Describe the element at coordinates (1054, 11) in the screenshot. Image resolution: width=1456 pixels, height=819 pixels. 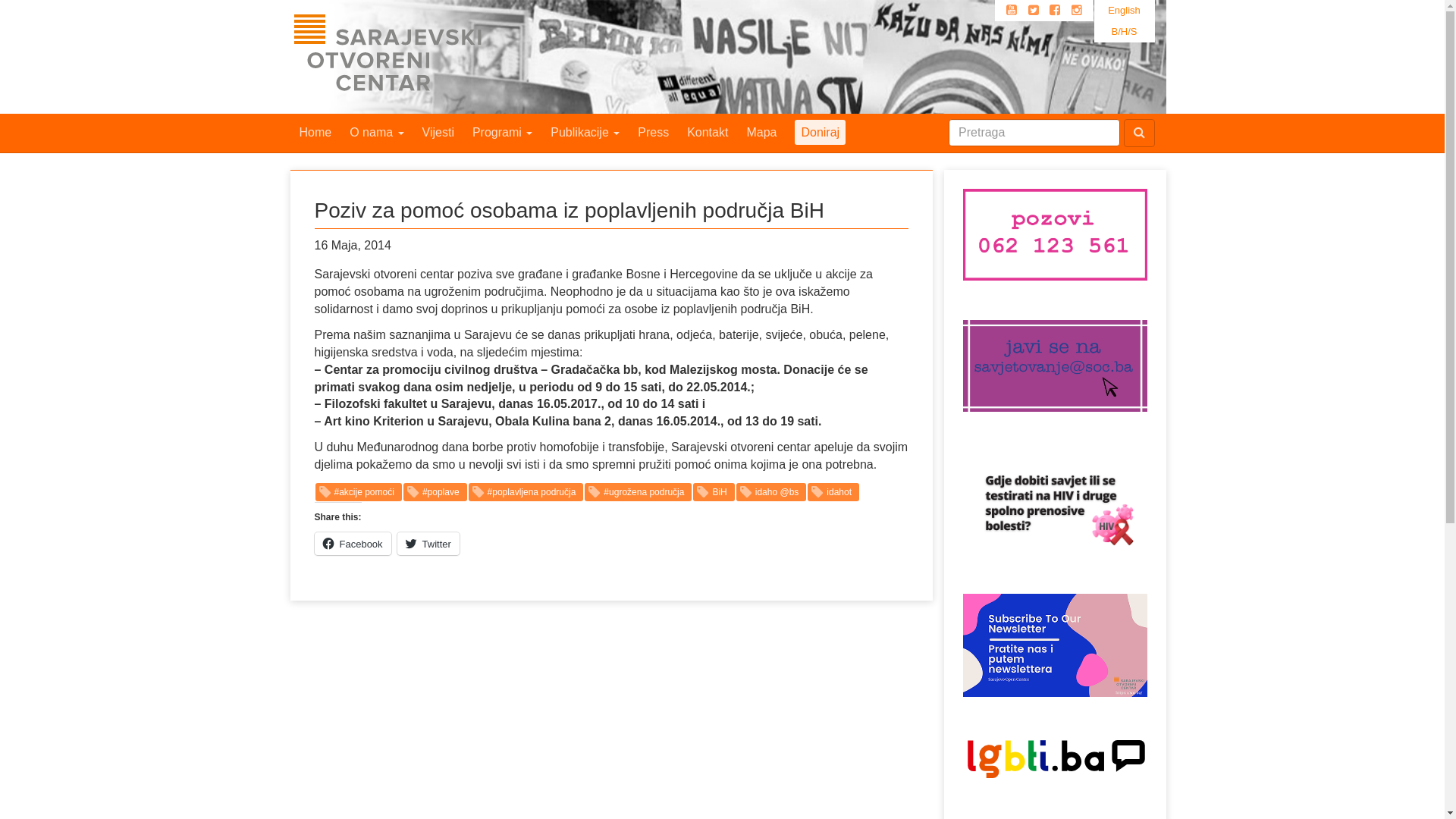
I see `'Facebook'` at that location.